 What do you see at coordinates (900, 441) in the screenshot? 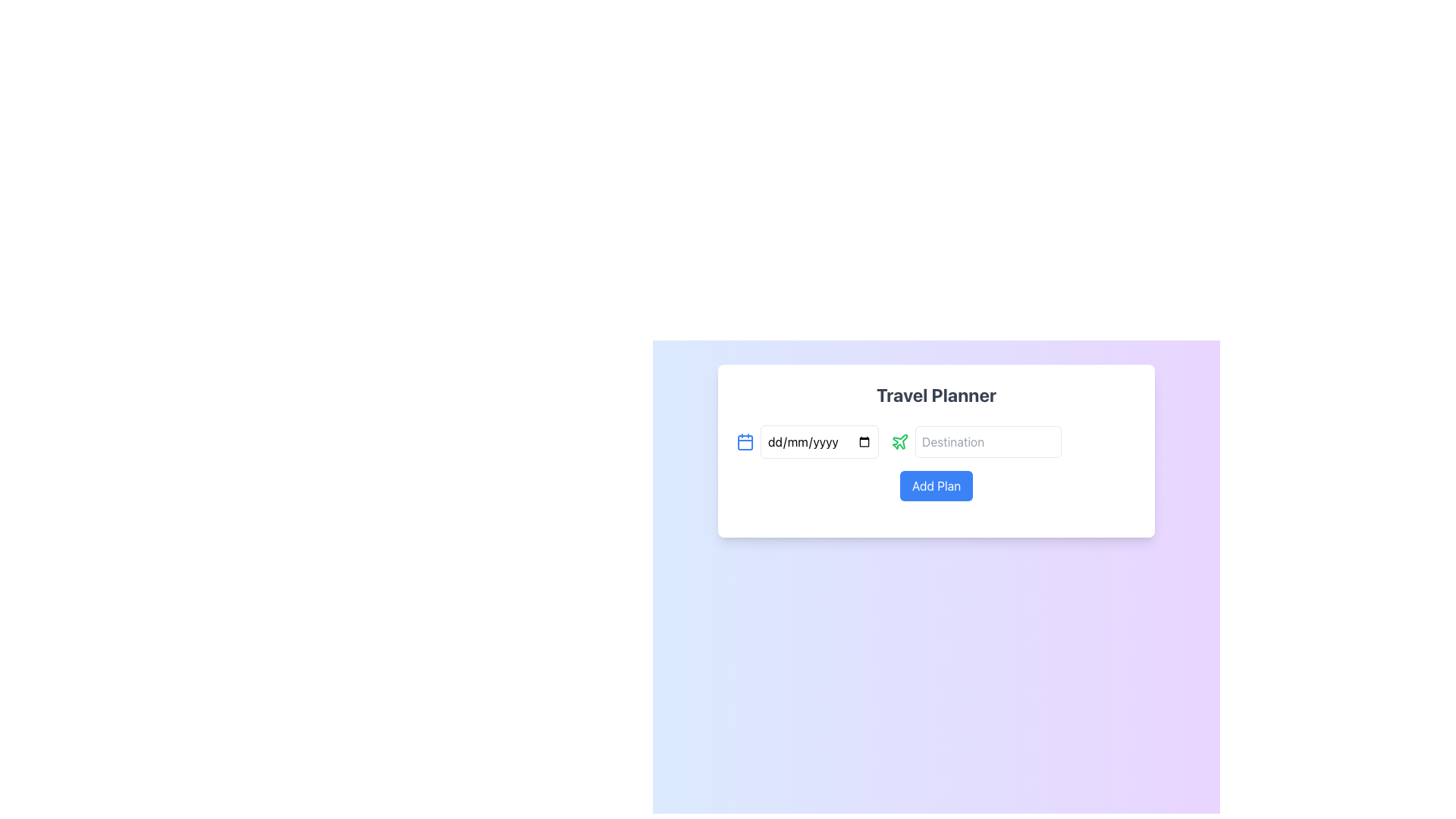
I see `the green airplane icon located to the right of the 'Destination' text input field in the travel planning interface` at bounding box center [900, 441].